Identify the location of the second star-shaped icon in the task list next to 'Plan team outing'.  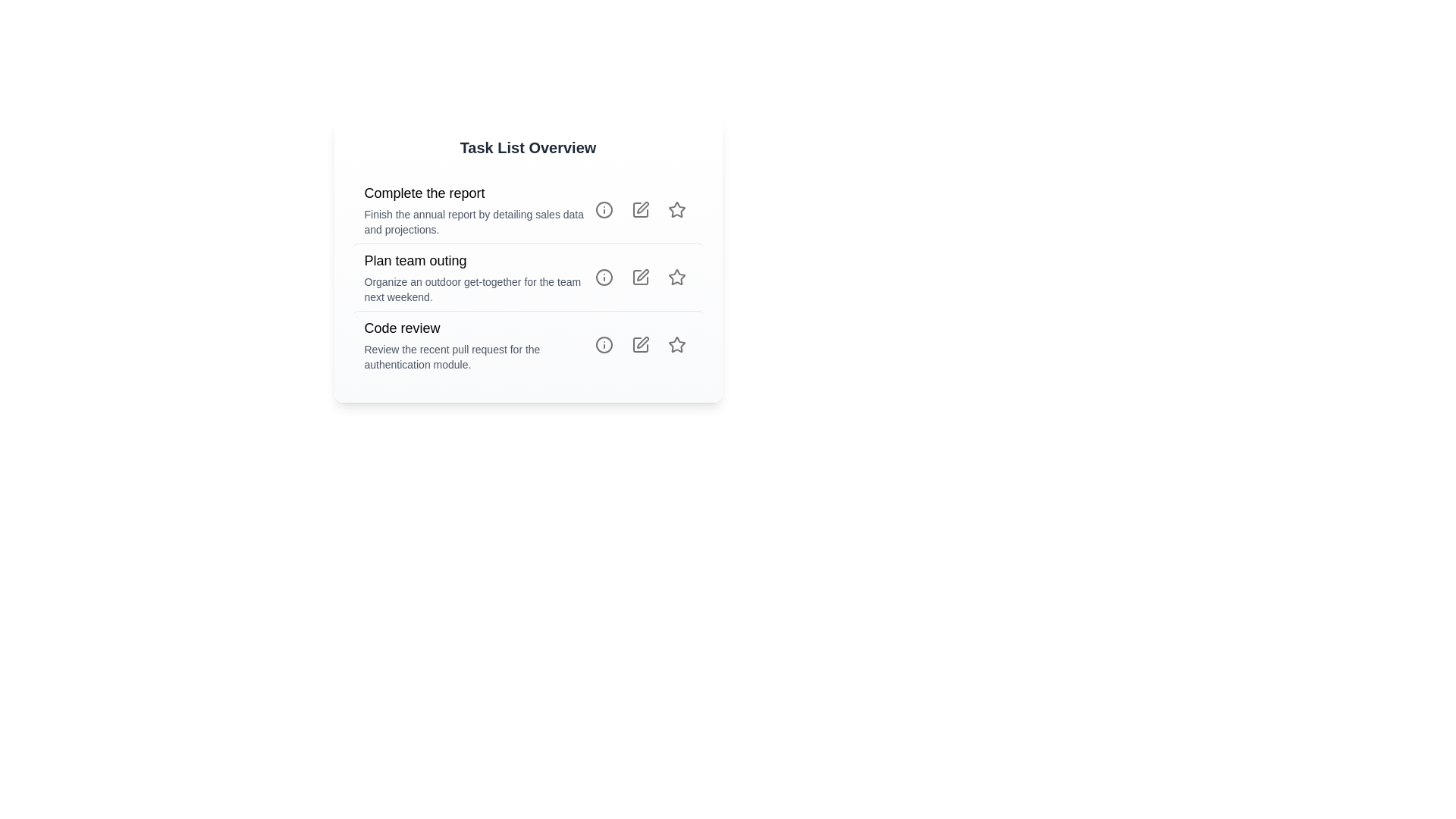
(676, 277).